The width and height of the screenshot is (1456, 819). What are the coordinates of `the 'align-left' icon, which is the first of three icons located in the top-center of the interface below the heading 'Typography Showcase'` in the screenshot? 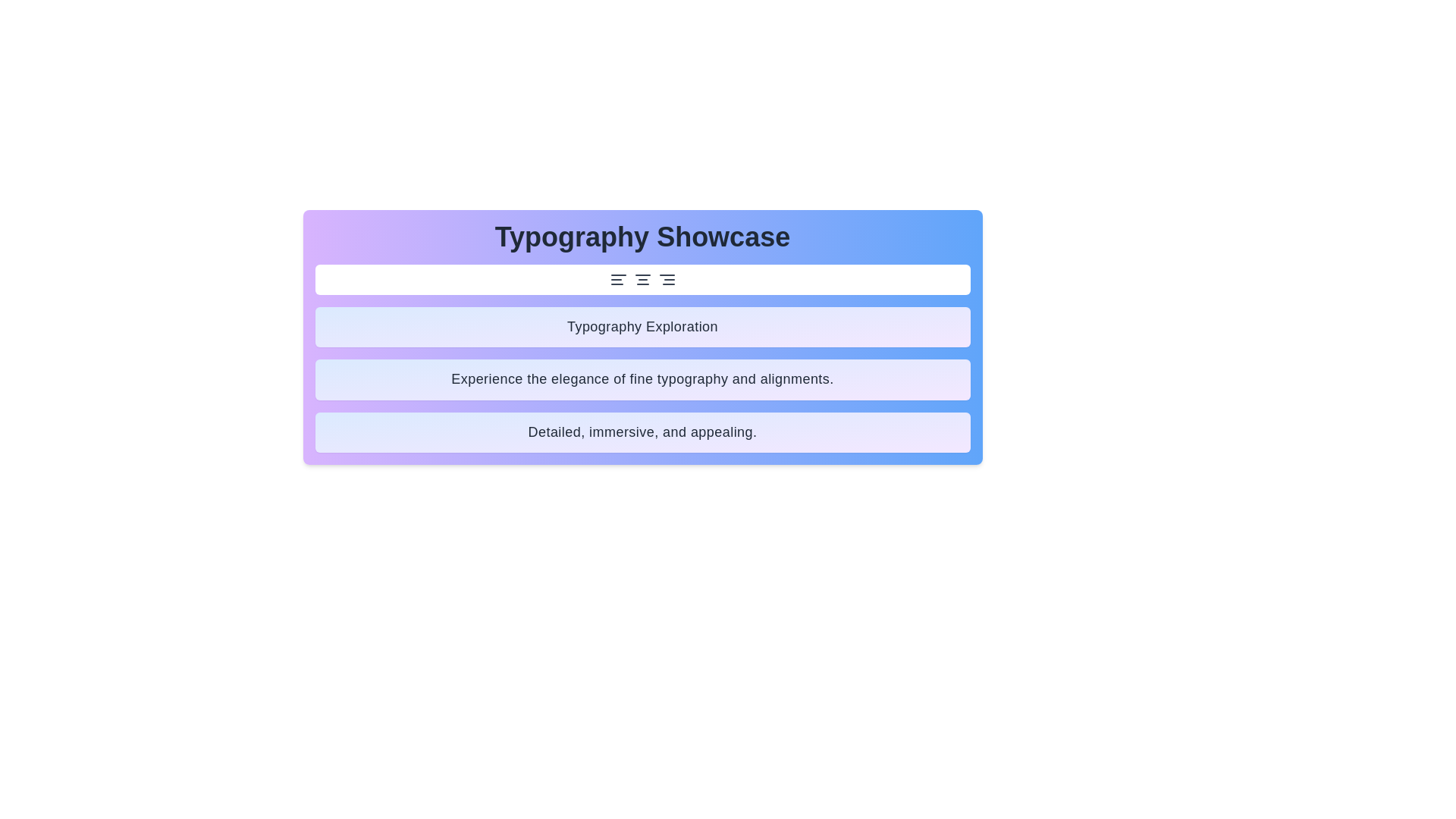 It's located at (618, 280).